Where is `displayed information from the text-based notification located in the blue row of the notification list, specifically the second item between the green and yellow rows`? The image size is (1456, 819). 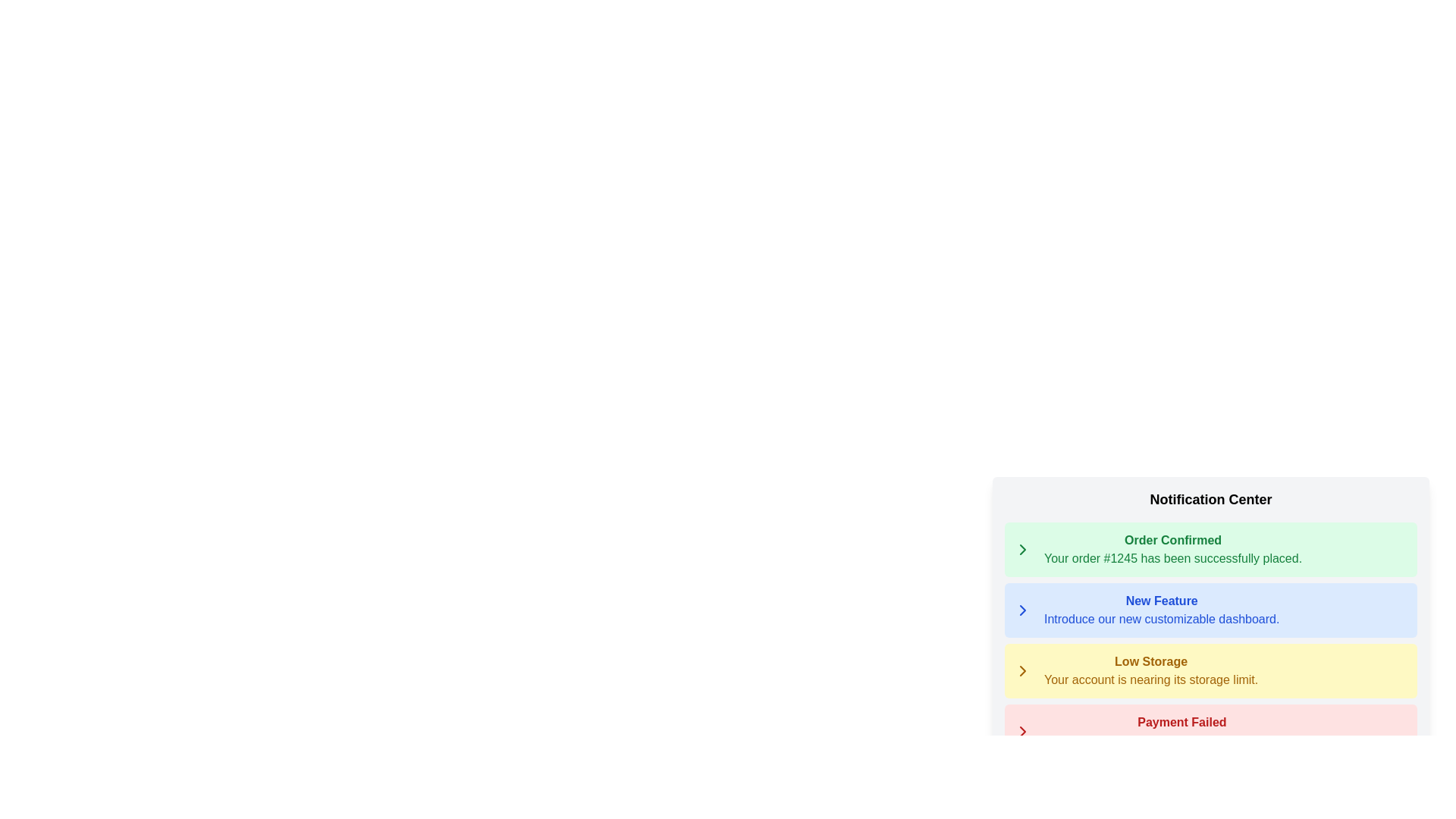 displayed information from the text-based notification located in the blue row of the notification list, specifically the second item between the green and yellow rows is located at coordinates (1161, 610).